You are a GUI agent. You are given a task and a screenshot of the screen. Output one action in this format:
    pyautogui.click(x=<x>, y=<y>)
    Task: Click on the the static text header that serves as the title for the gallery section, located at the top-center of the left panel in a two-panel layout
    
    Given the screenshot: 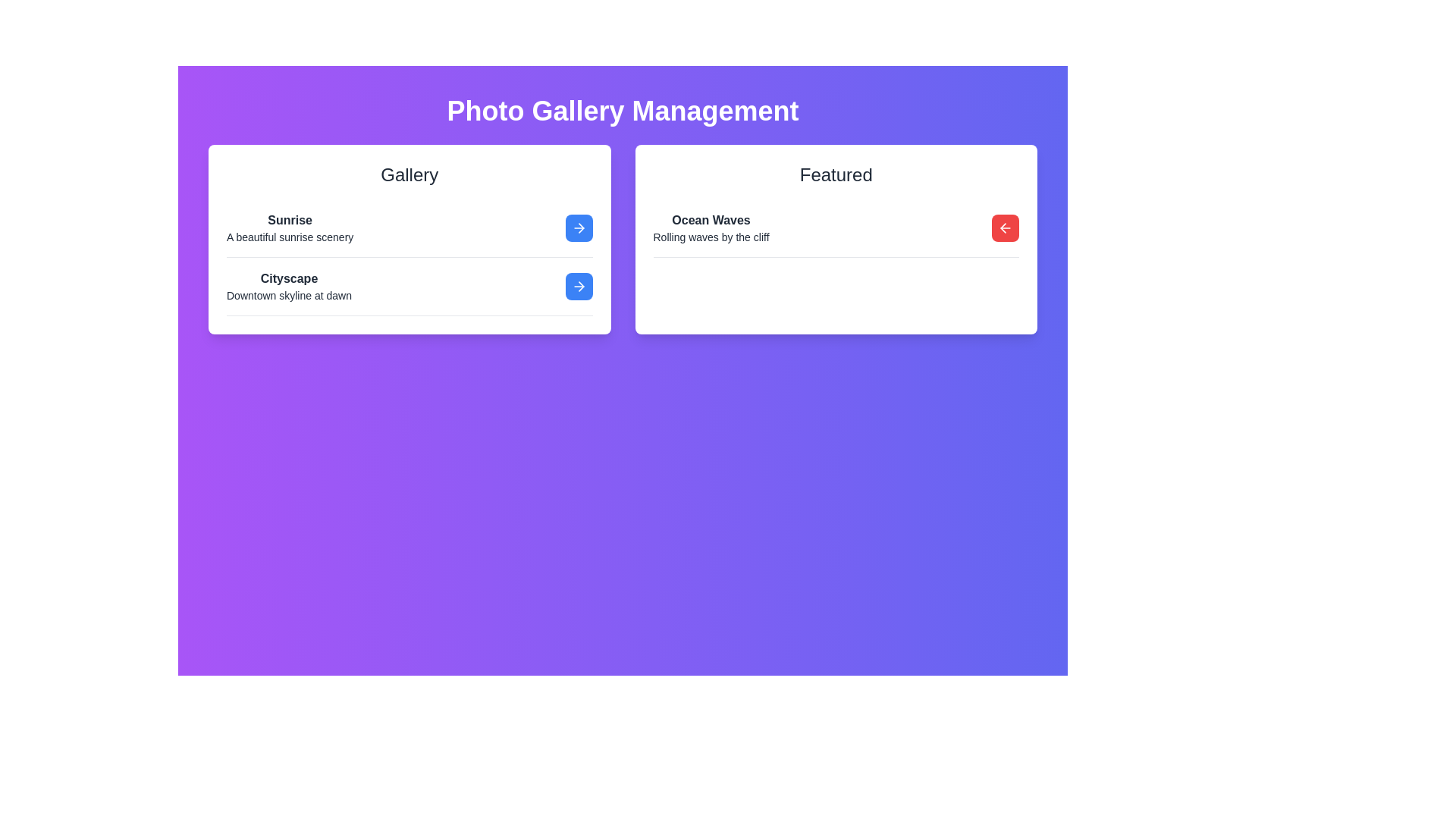 What is the action you would take?
    pyautogui.click(x=409, y=174)
    